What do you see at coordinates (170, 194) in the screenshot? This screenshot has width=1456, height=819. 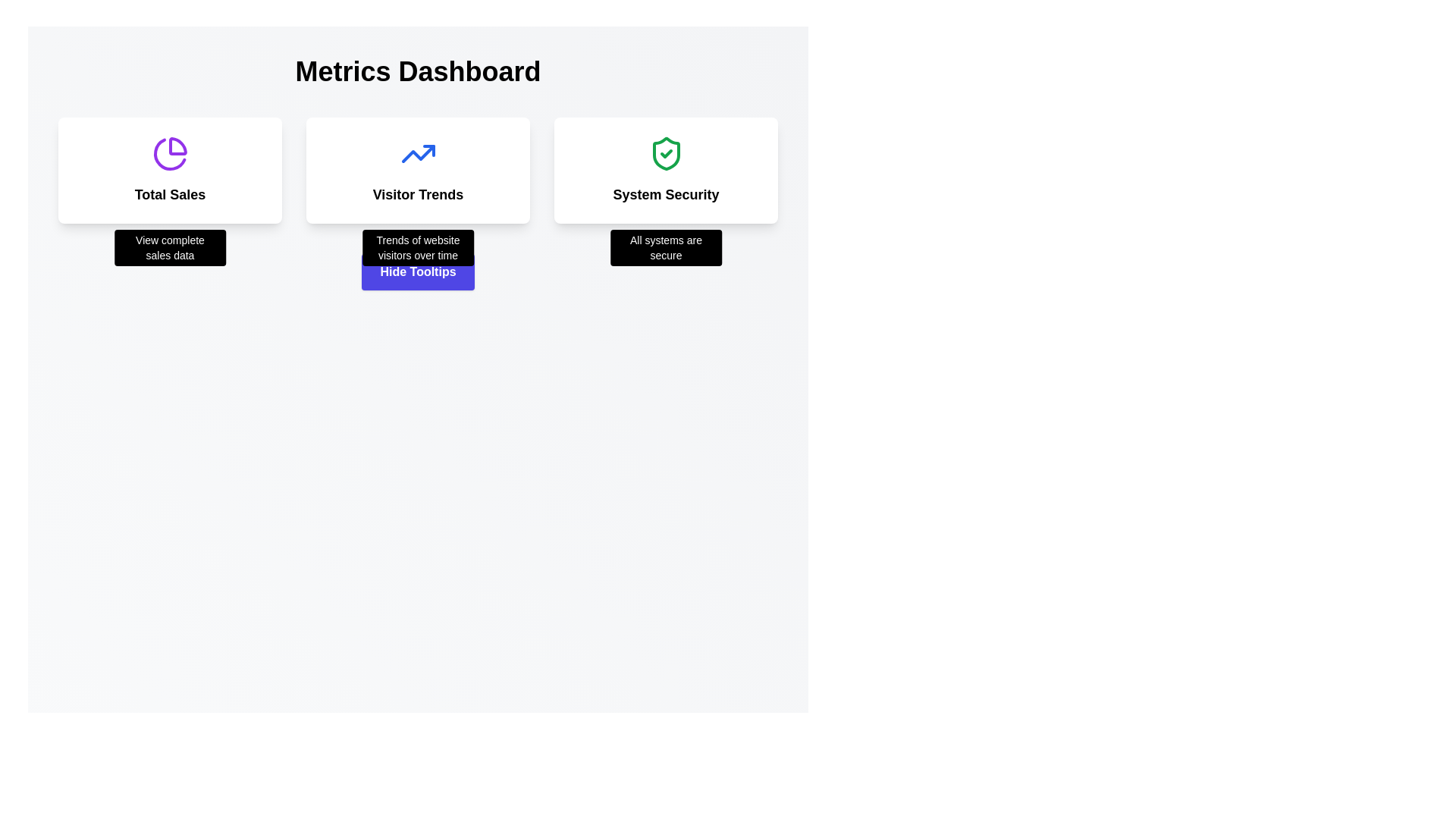 I see `the 'Total Sales' text header, which is located within a white, rounded rectangle card in the upper-central part of the interface, directly below a purple pie chart icon` at bounding box center [170, 194].